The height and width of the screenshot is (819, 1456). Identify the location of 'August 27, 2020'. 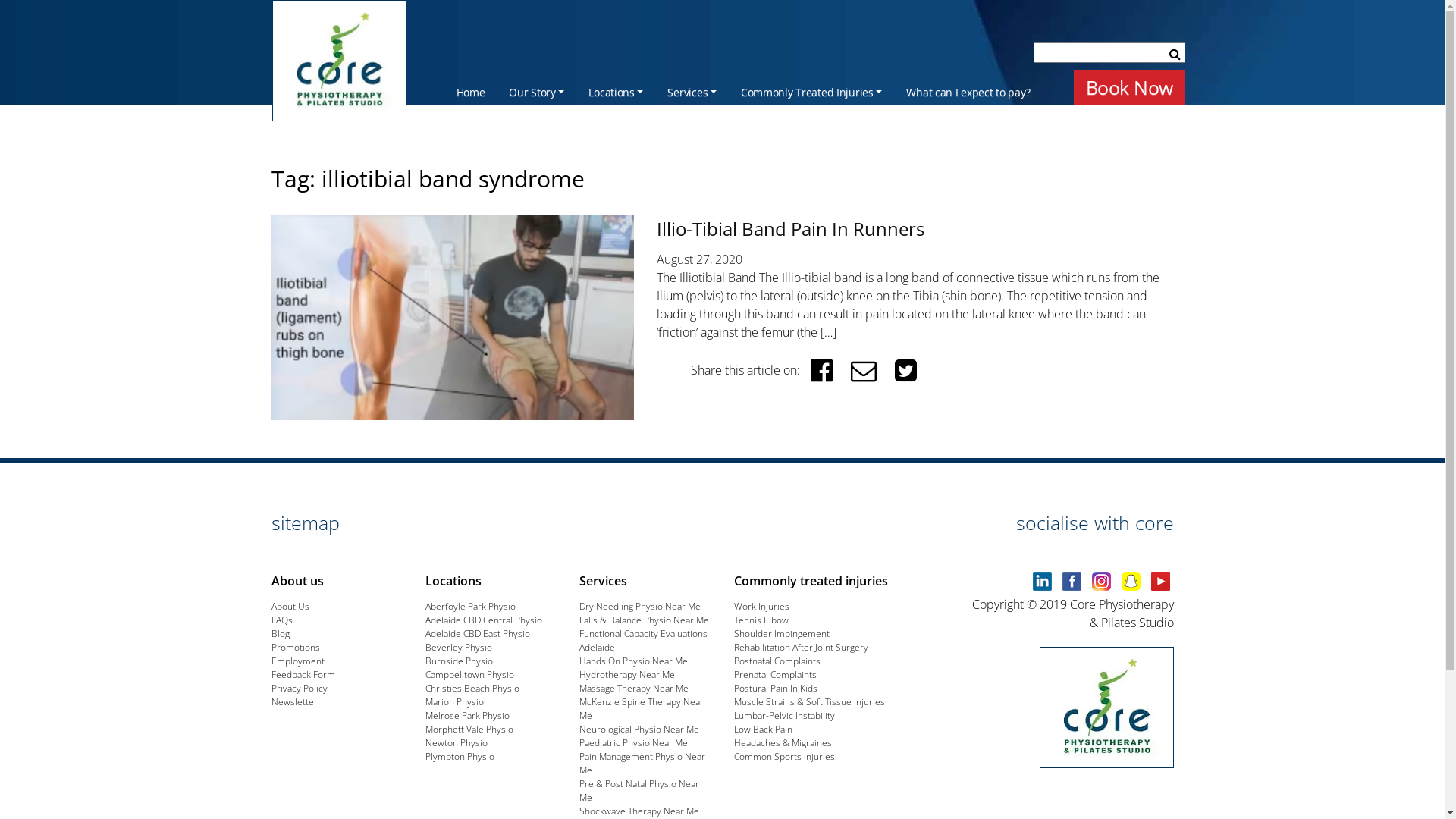
(698, 259).